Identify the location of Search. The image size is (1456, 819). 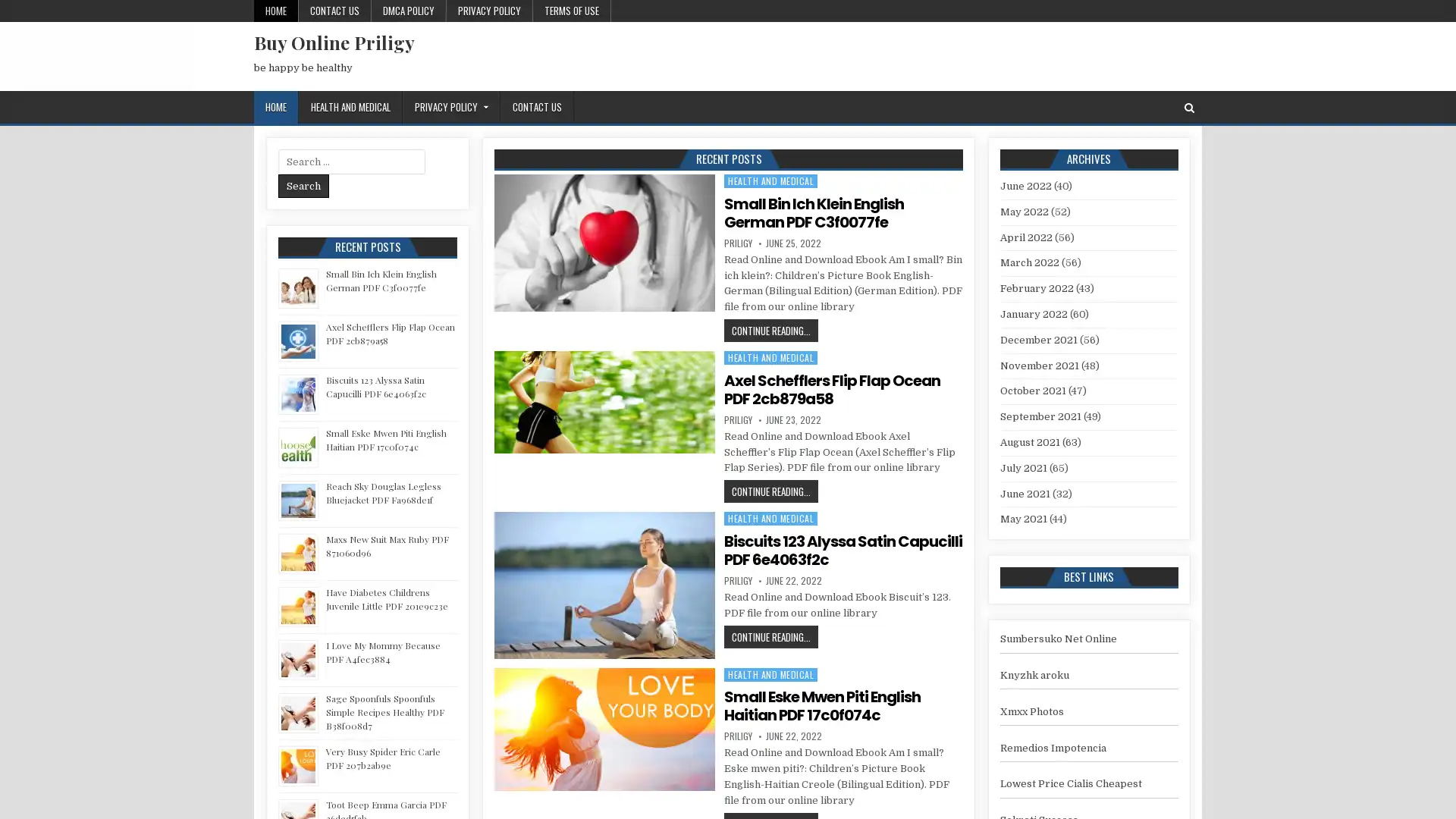
(303, 185).